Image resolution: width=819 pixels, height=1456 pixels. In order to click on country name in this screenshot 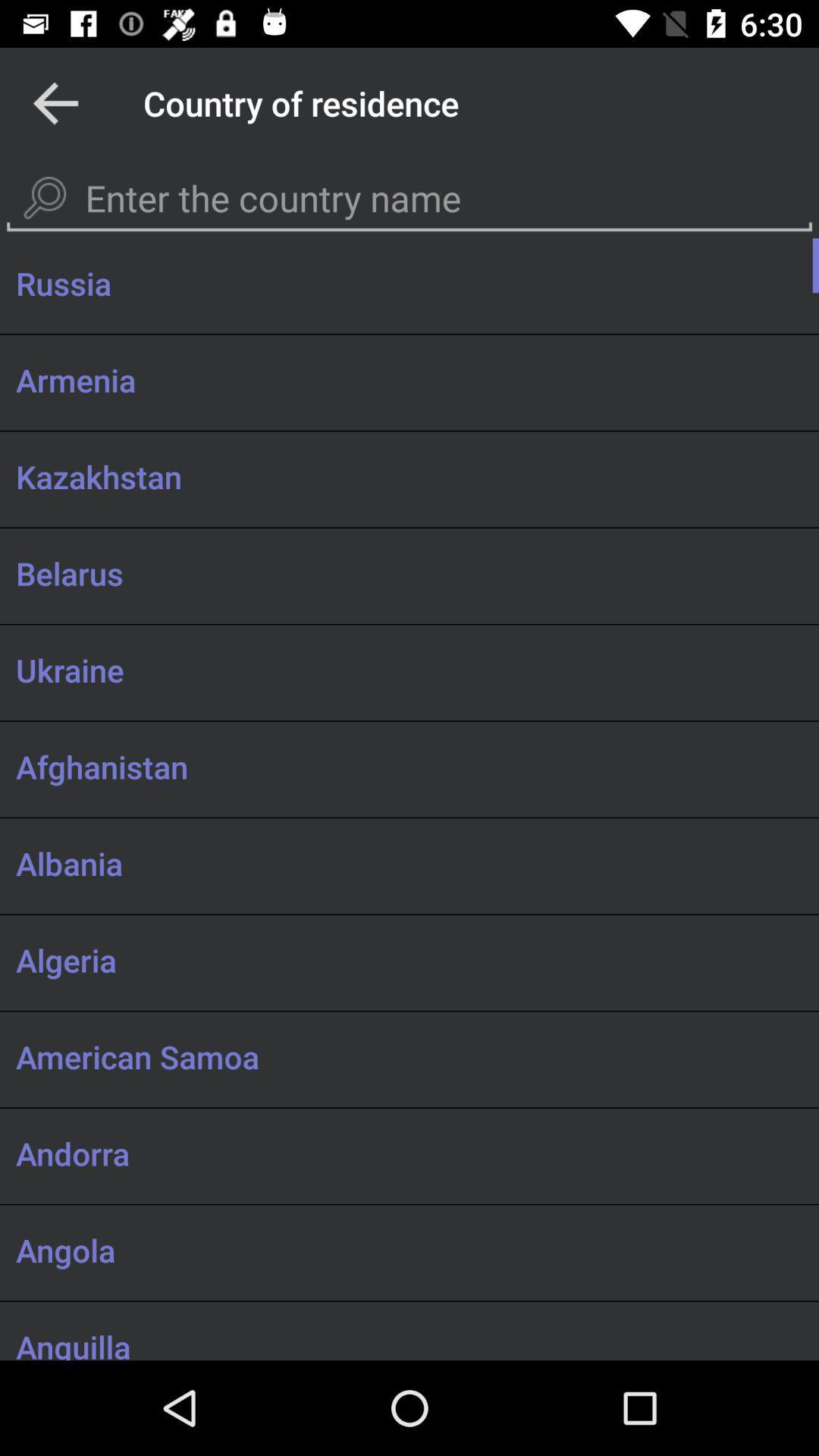, I will do `click(409, 198)`.